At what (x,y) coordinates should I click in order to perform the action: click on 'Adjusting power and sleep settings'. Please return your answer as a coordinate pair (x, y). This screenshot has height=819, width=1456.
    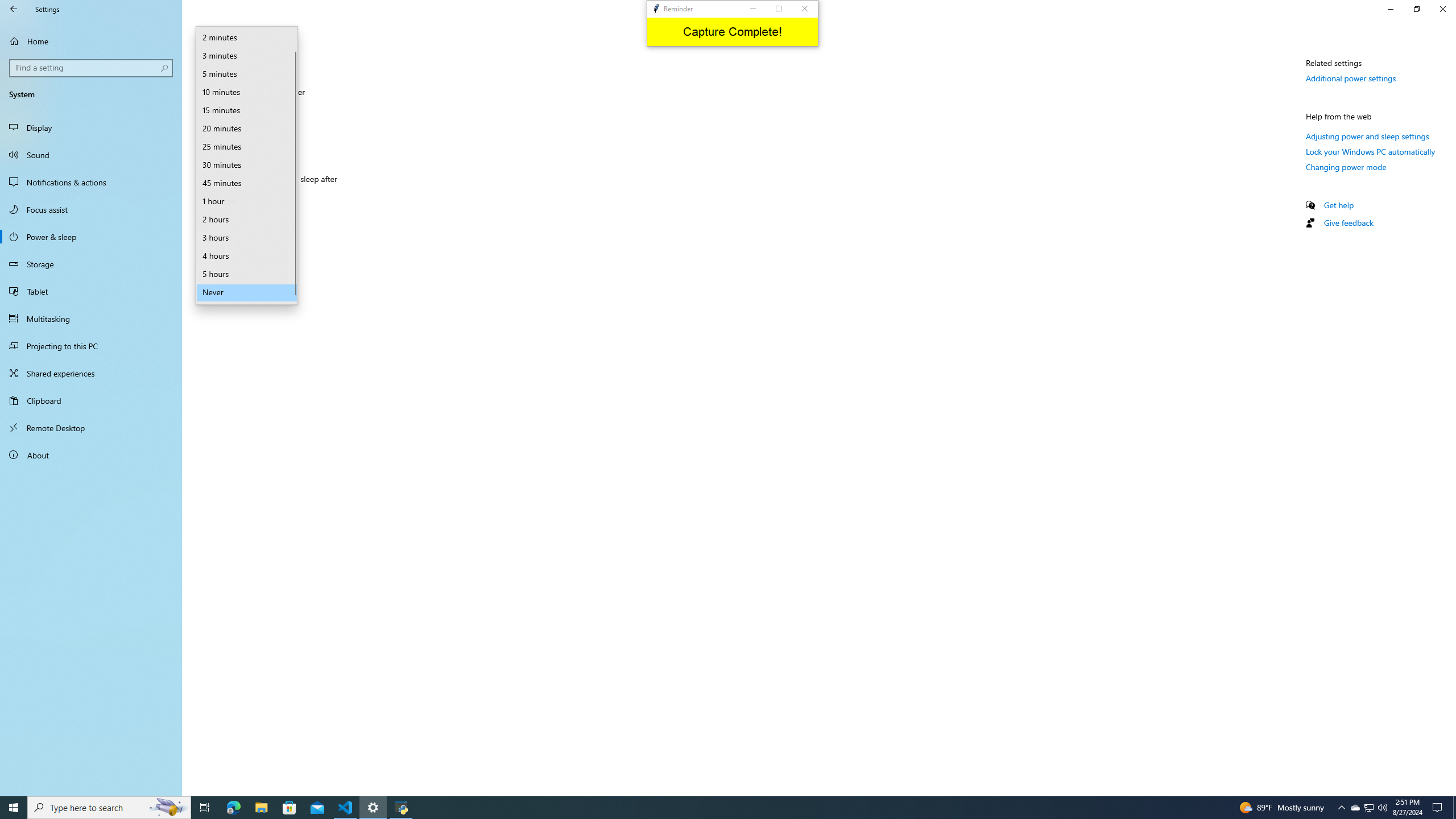
    Looking at the image, I should click on (1368, 135).